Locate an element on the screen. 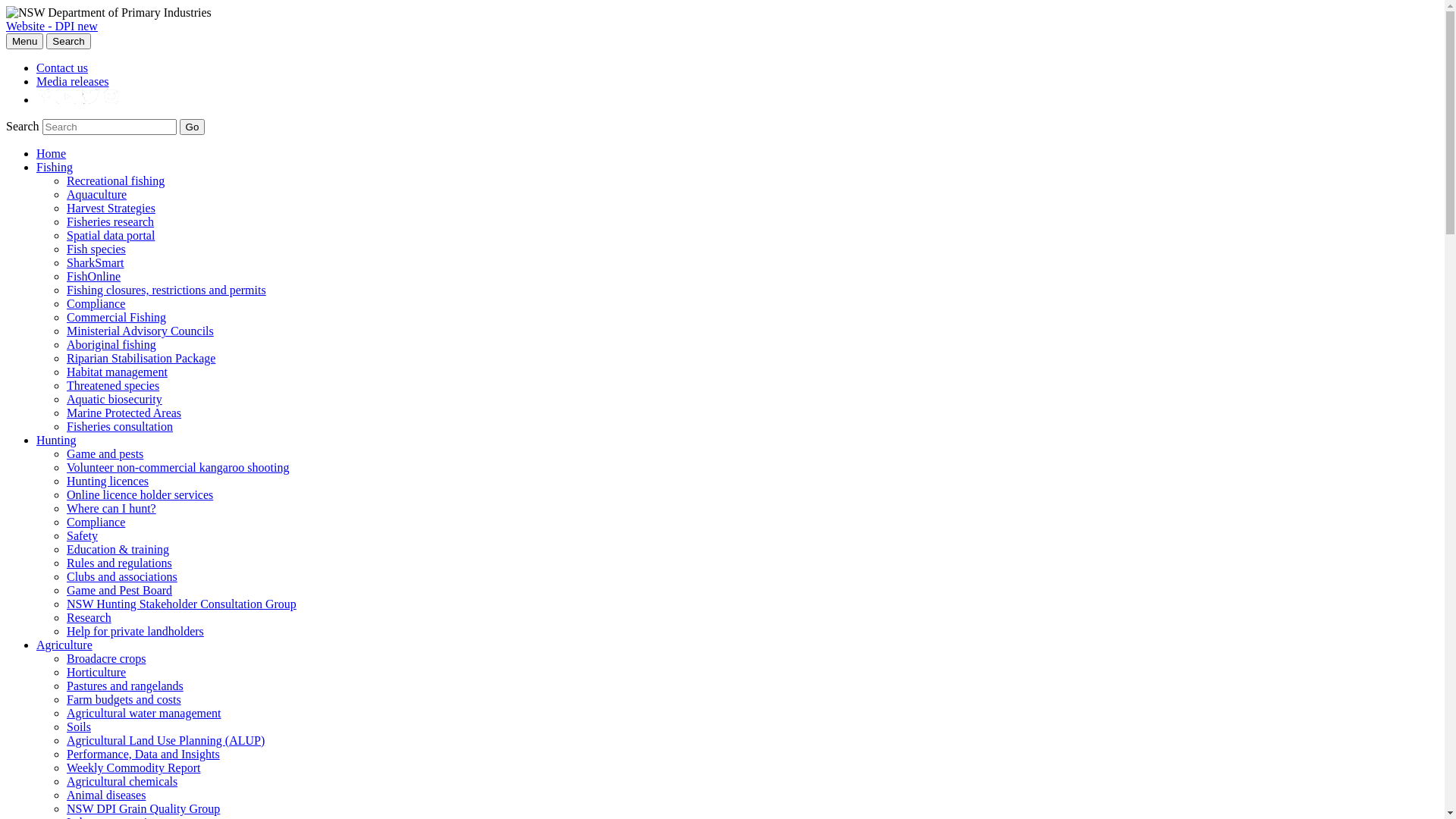 The height and width of the screenshot is (819, 1456). 'NSW Hunting Stakeholder Consultation Group' is located at coordinates (181, 603).